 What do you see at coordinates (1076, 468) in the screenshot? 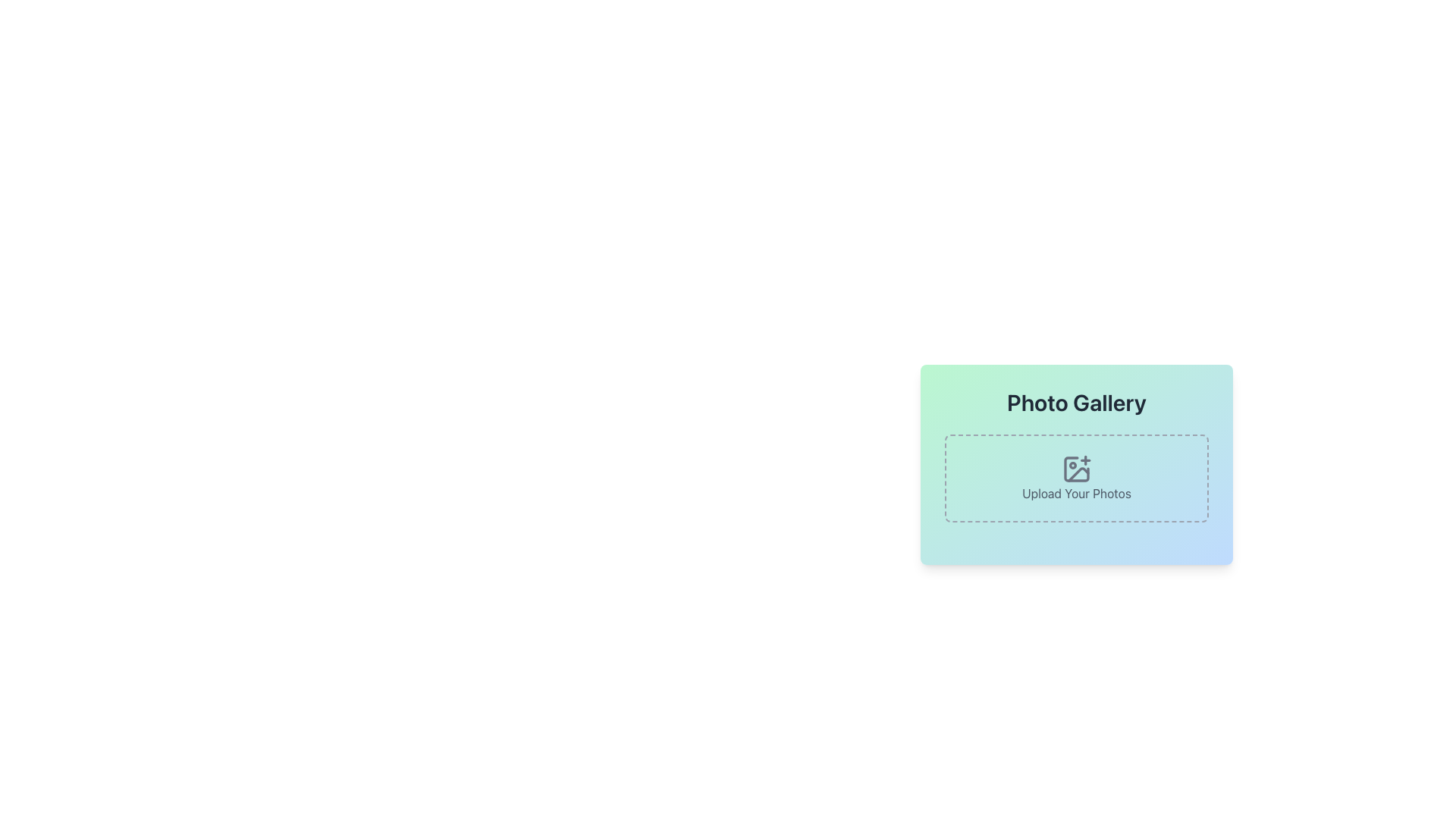
I see `the central icon for adding or uploading images, which is located above the text 'Upload Your Photos' within a dashed-bordered rectangular section` at bounding box center [1076, 468].